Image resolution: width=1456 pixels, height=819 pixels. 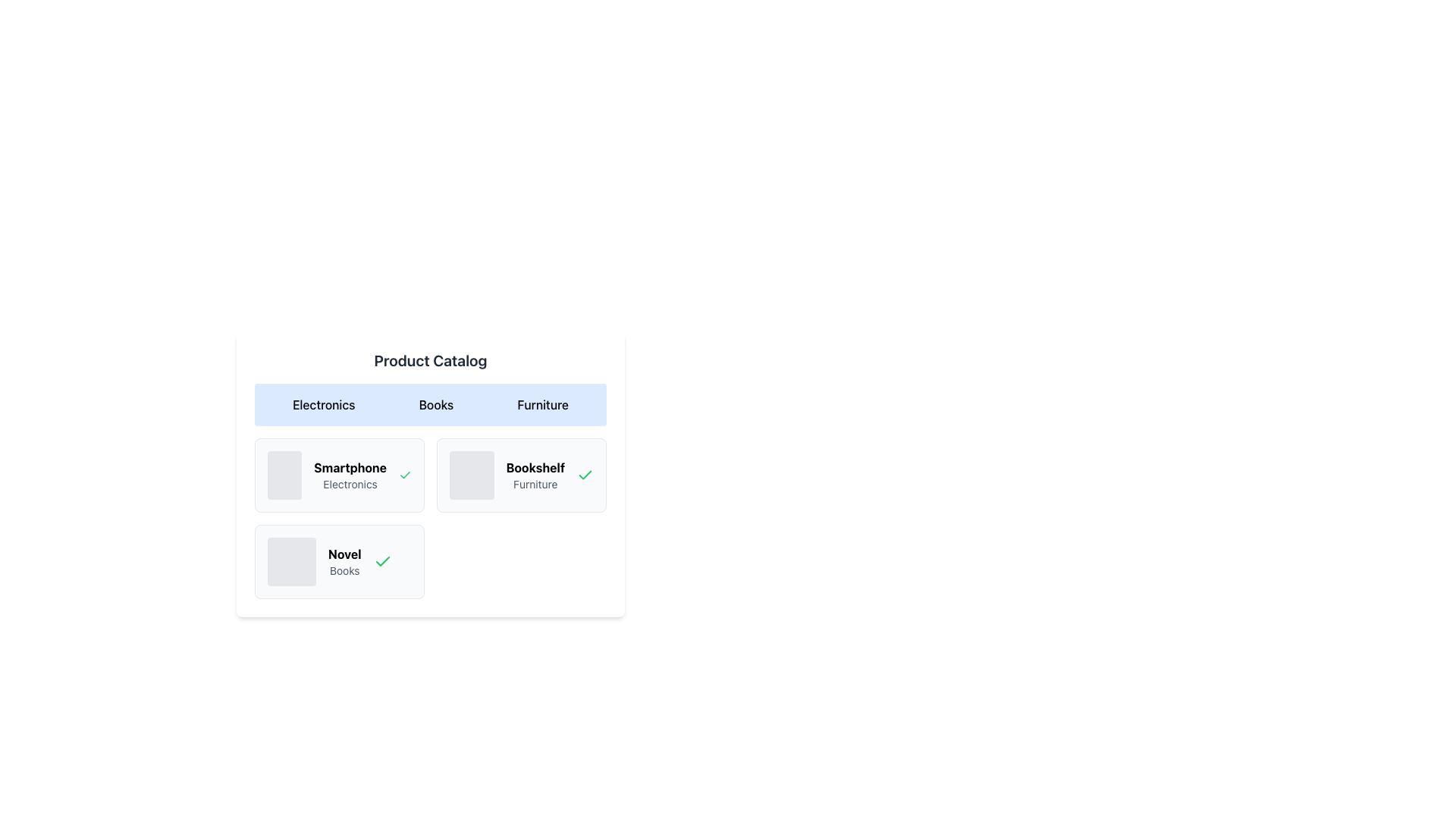 I want to click on the Text Display element that shows 'Smartphone' in bold, which is located in the top-left item of the product listing grid under the 'Electronics' tab, so click(x=350, y=475).